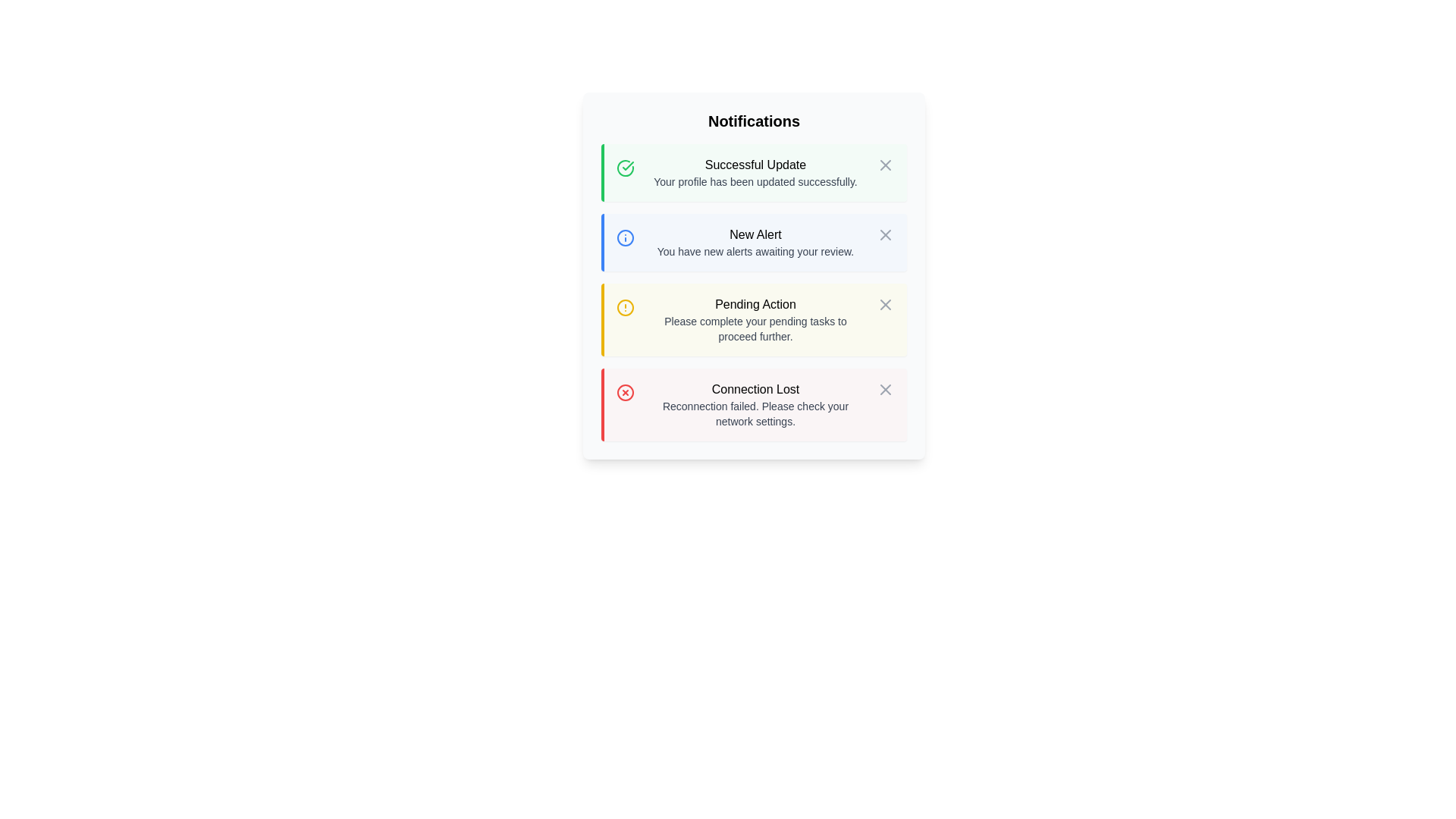 The width and height of the screenshot is (1456, 819). Describe the element at coordinates (626, 237) in the screenshot. I see `the blue circular informational icon with a lowercase 'i' in the center` at that location.